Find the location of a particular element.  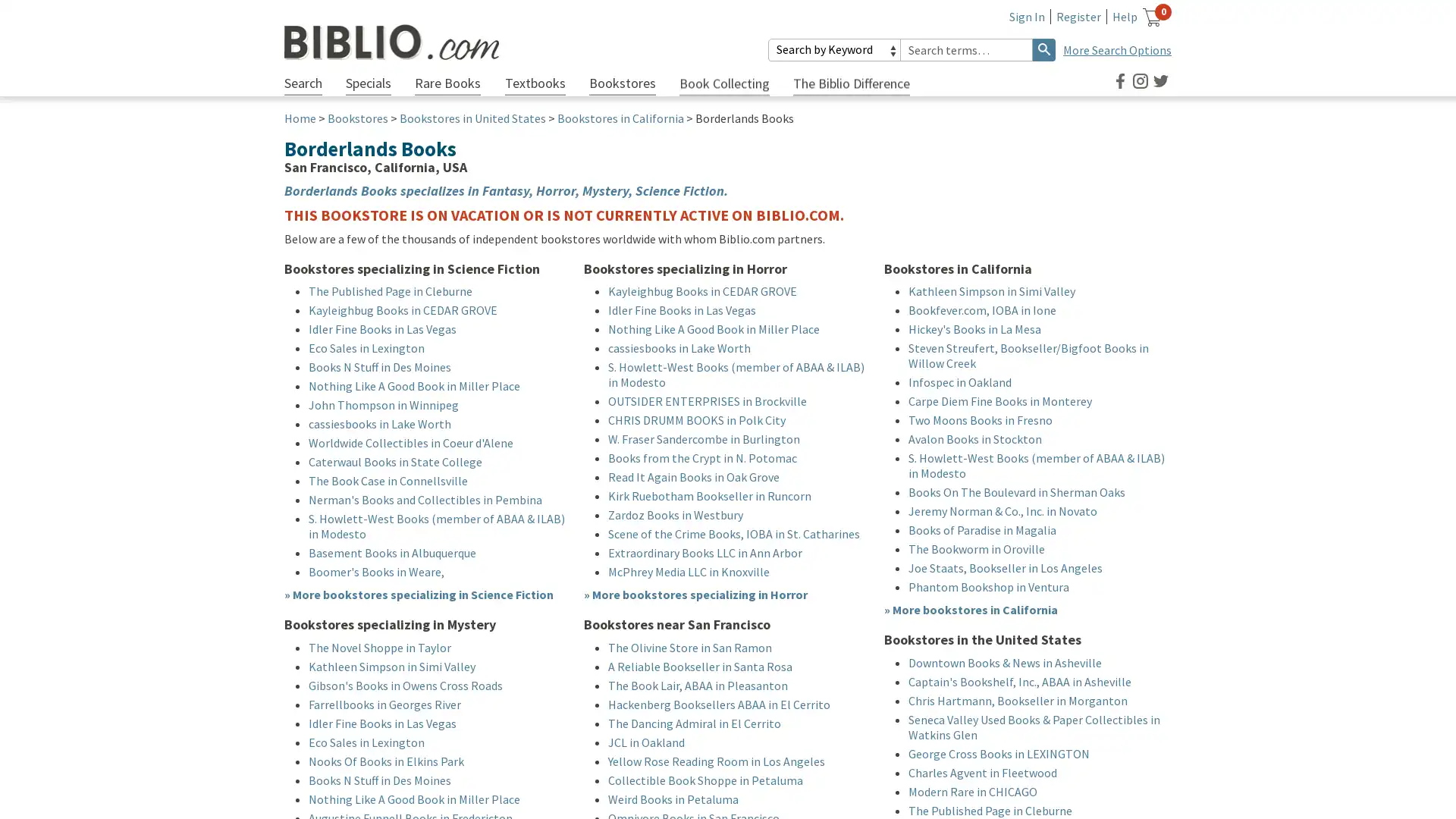

Search is located at coordinates (1043, 49).